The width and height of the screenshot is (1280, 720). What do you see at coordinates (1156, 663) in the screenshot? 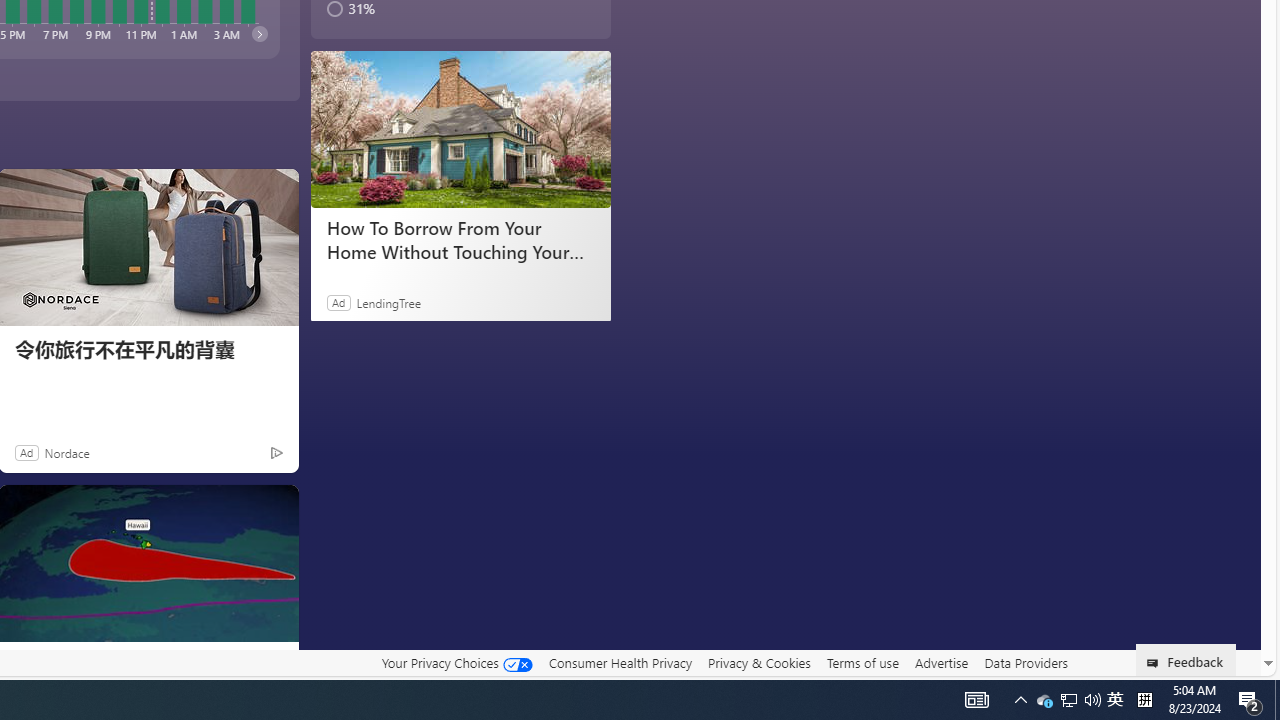
I see `'Class: feedback_link_icon-DS-EntryPoint1-1'` at bounding box center [1156, 663].